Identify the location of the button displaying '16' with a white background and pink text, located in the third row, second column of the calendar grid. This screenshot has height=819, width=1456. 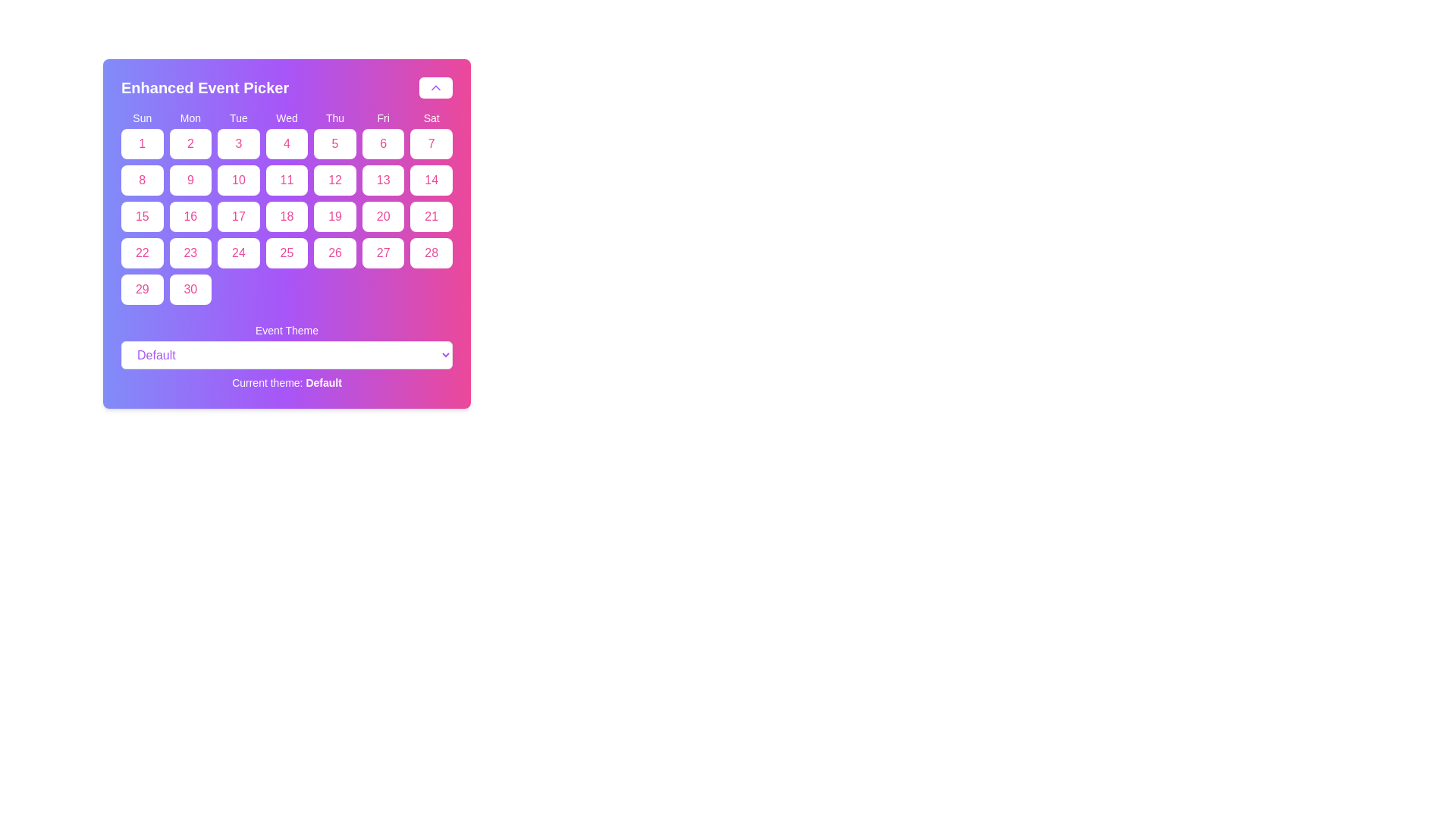
(190, 216).